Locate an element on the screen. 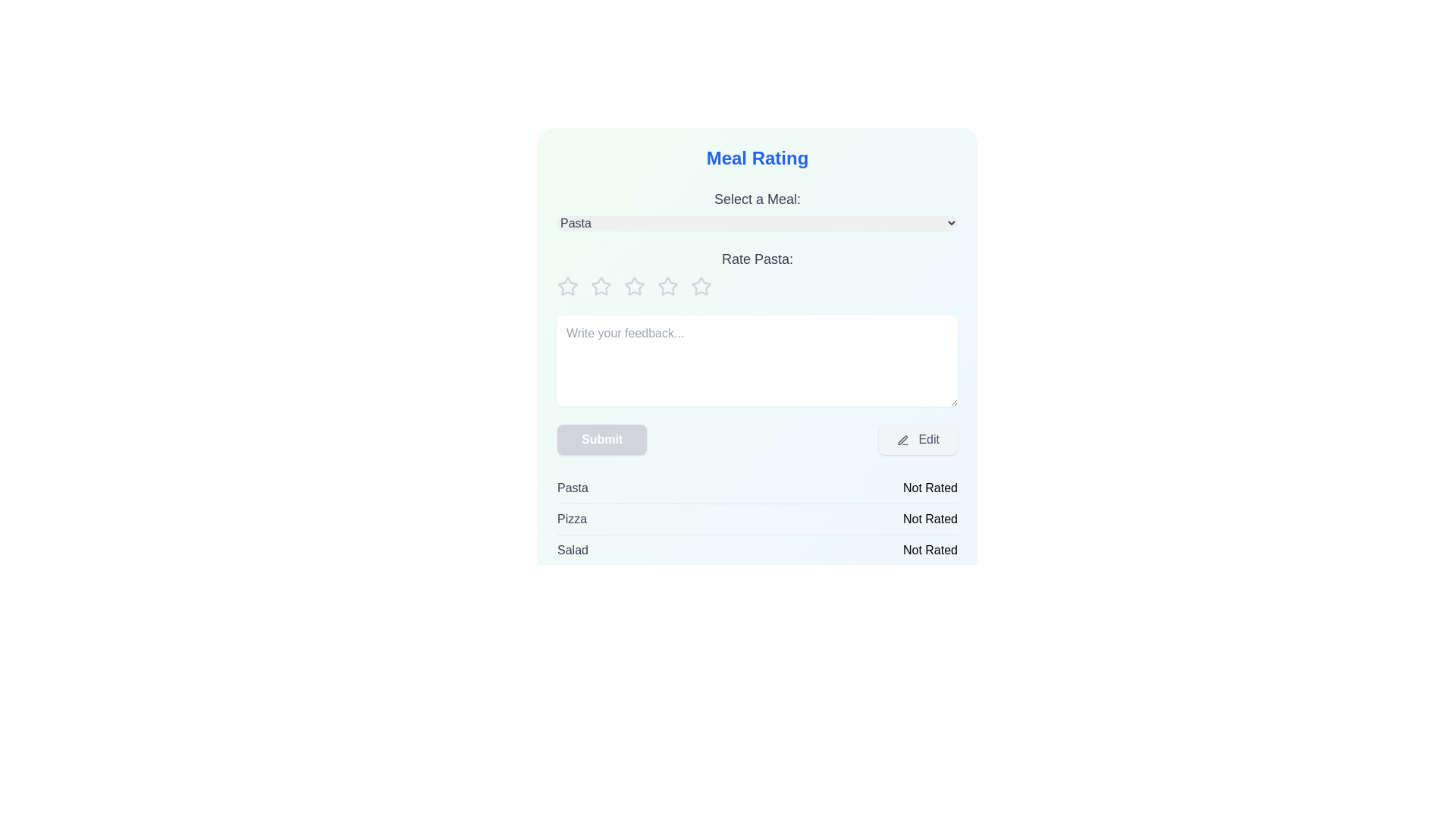 The height and width of the screenshot is (819, 1456). the static text label 'Rate Pasta:' which is prominently displayed in dark gray below the meal selection dropdown is located at coordinates (757, 259).